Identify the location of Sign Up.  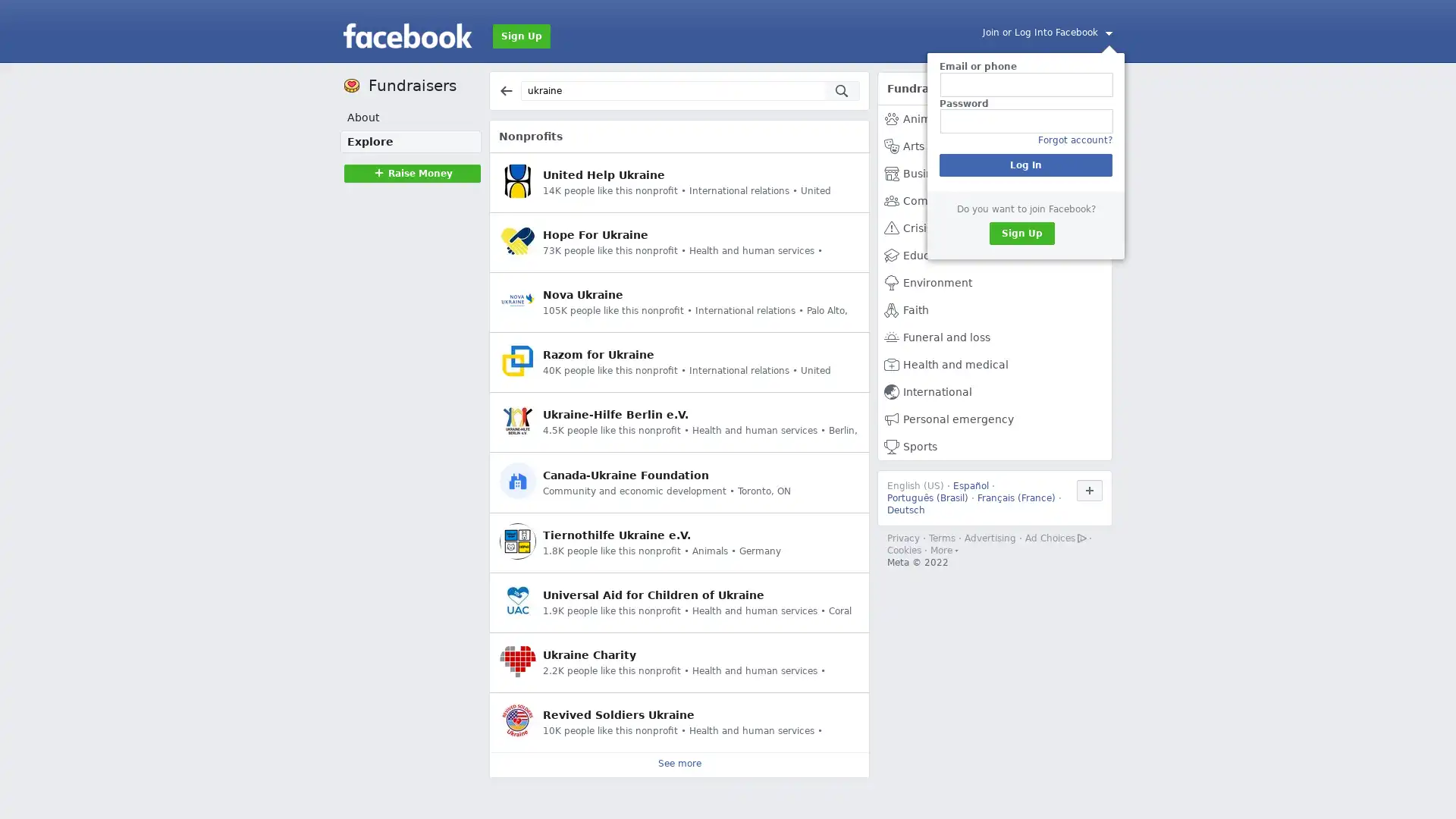
(1022, 234).